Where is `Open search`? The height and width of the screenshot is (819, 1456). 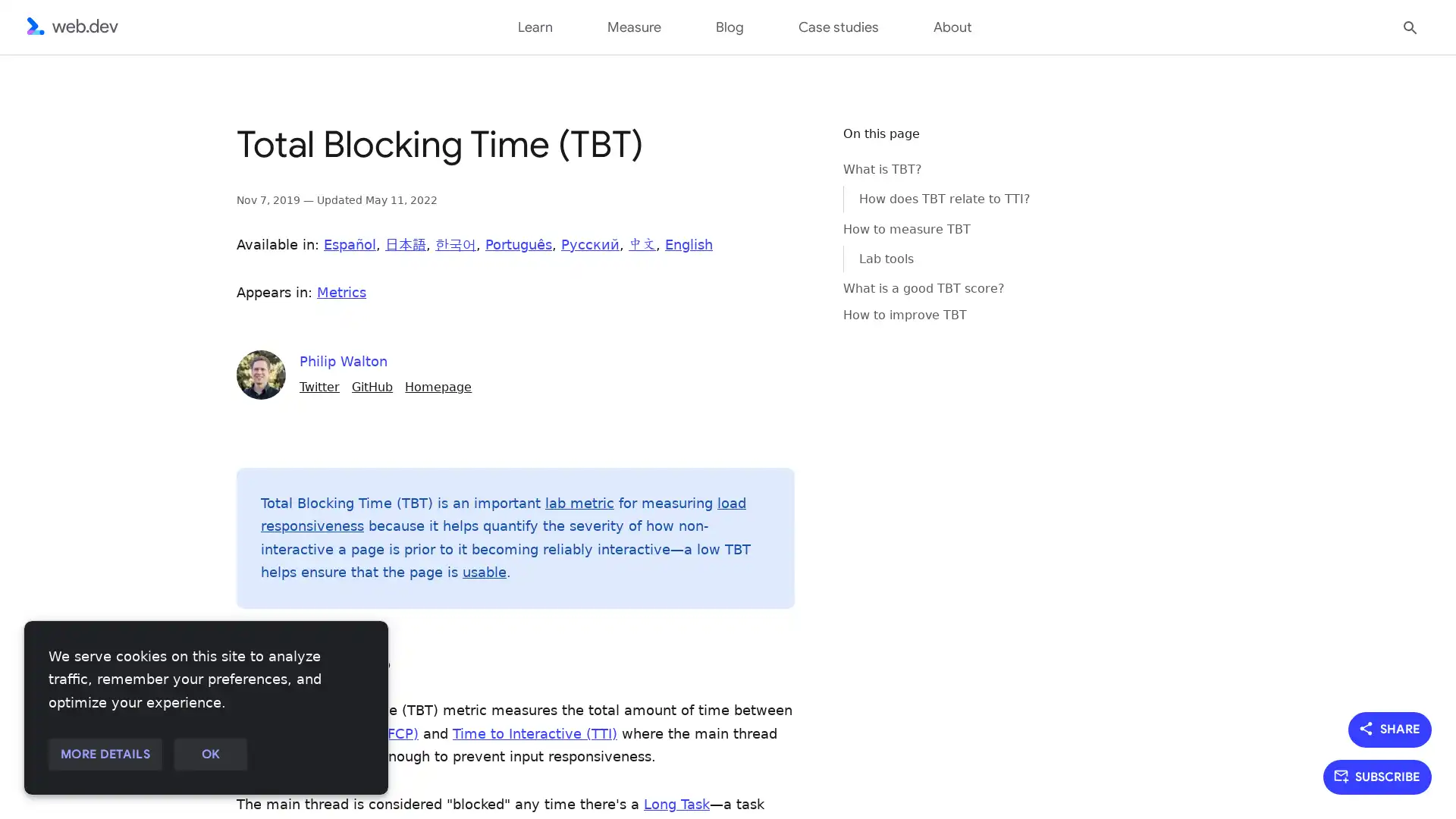
Open search is located at coordinates (1410, 26).